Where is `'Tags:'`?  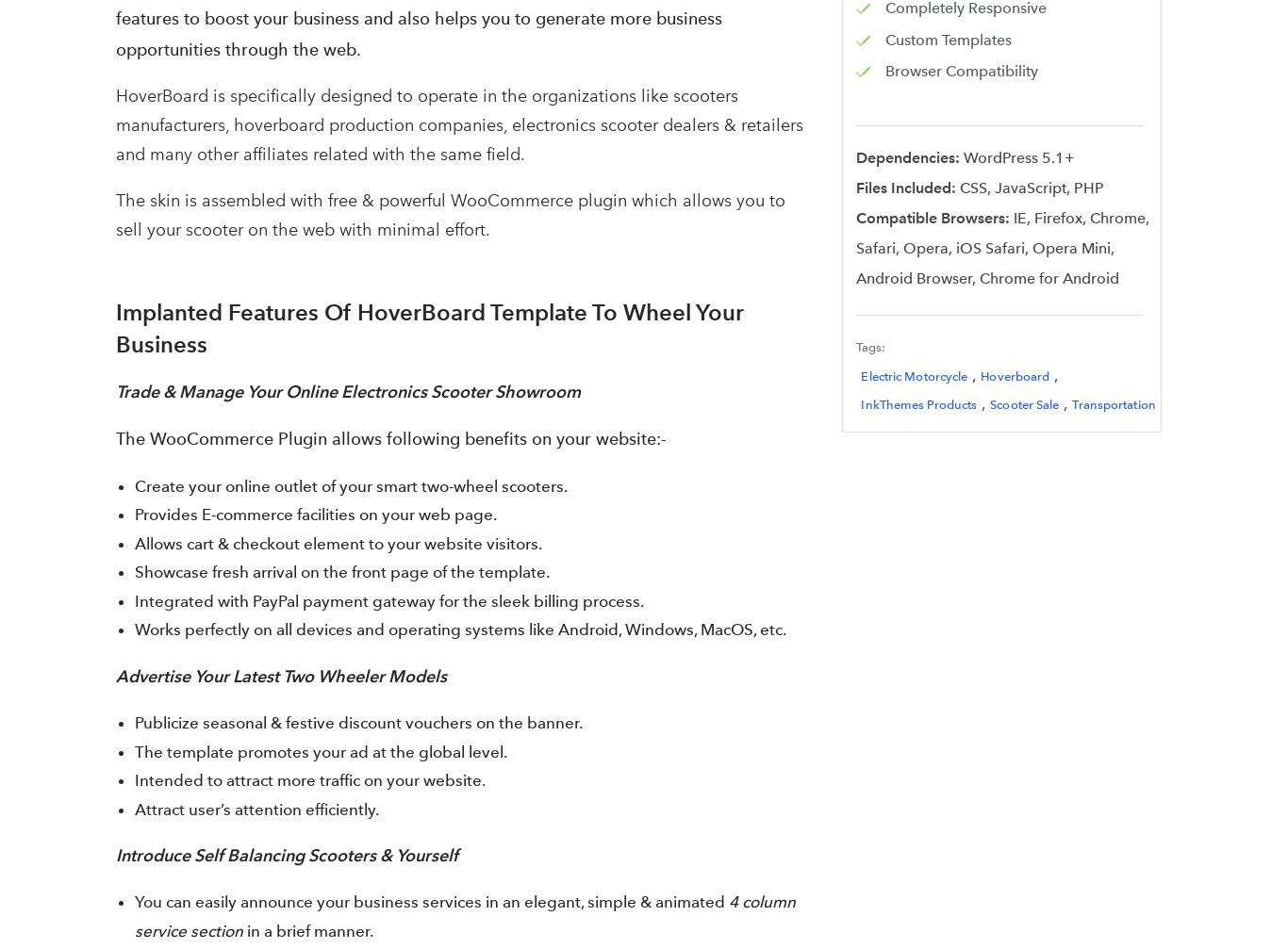 'Tags:' is located at coordinates (870, 347).